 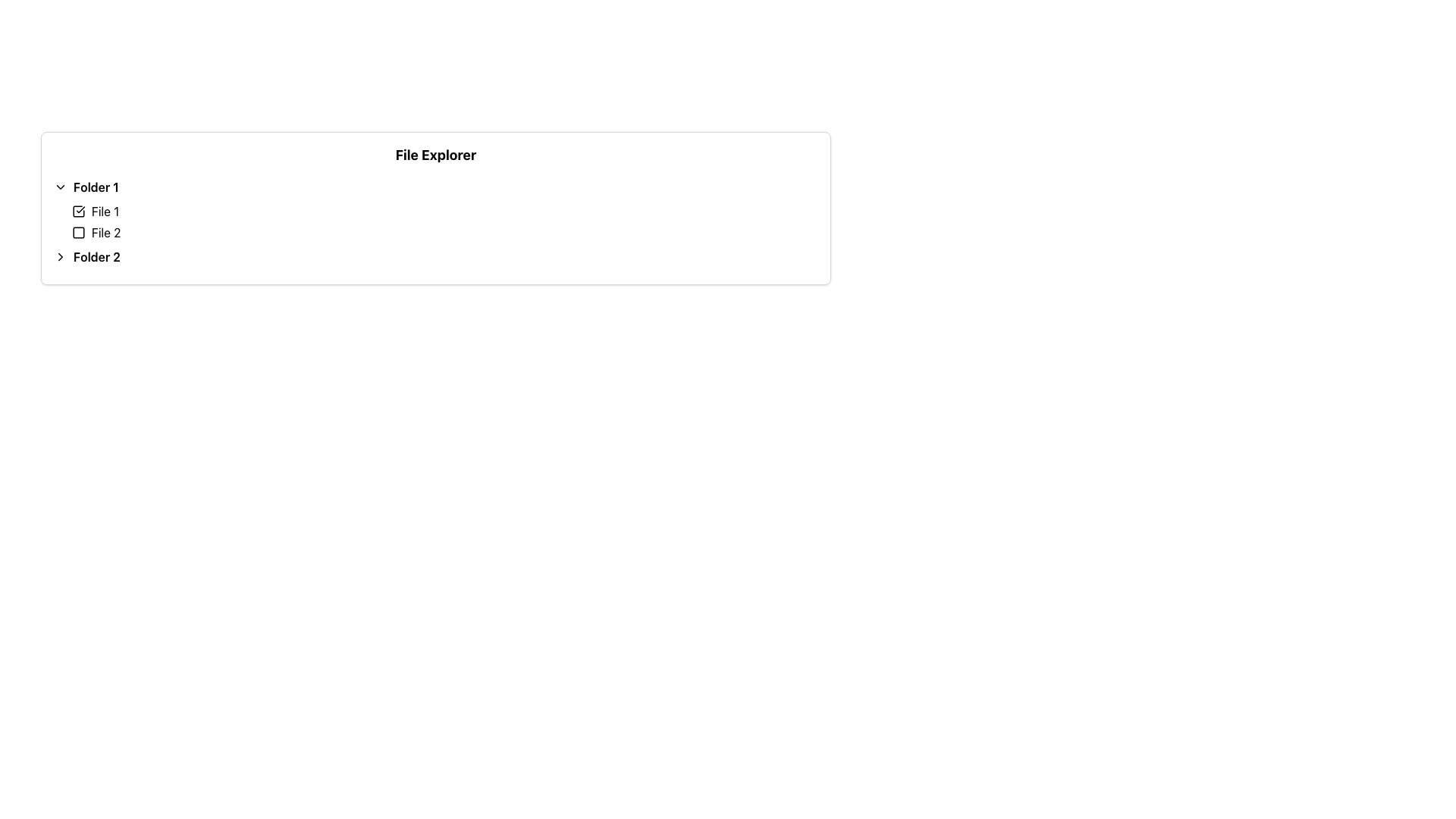 I want to click on the unselected checkbox next to the 'File 2' label in the tree-view interface, so click(x=78, y=233).